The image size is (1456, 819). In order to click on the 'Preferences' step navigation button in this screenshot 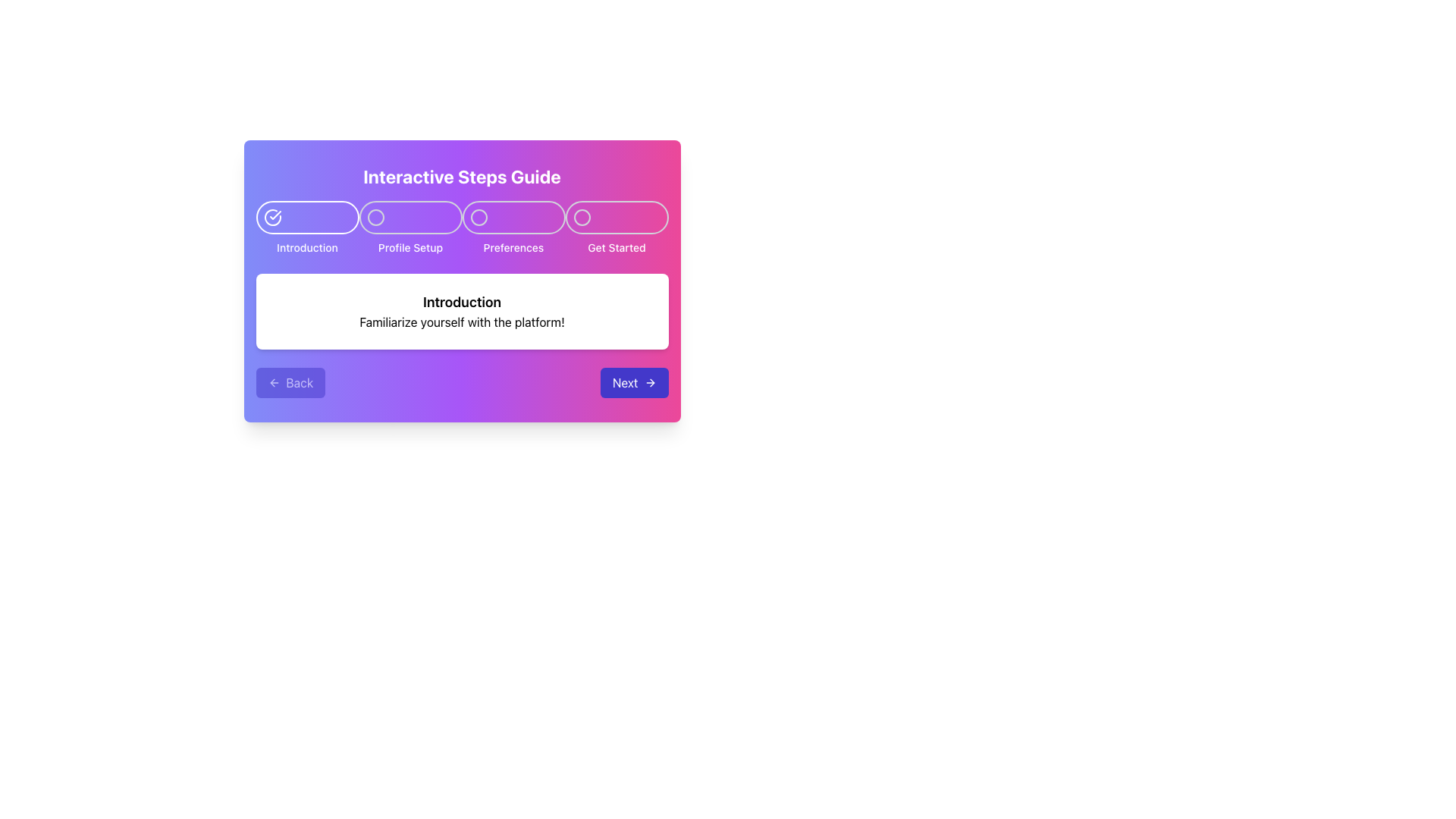, I will do `click(513, 227)`.